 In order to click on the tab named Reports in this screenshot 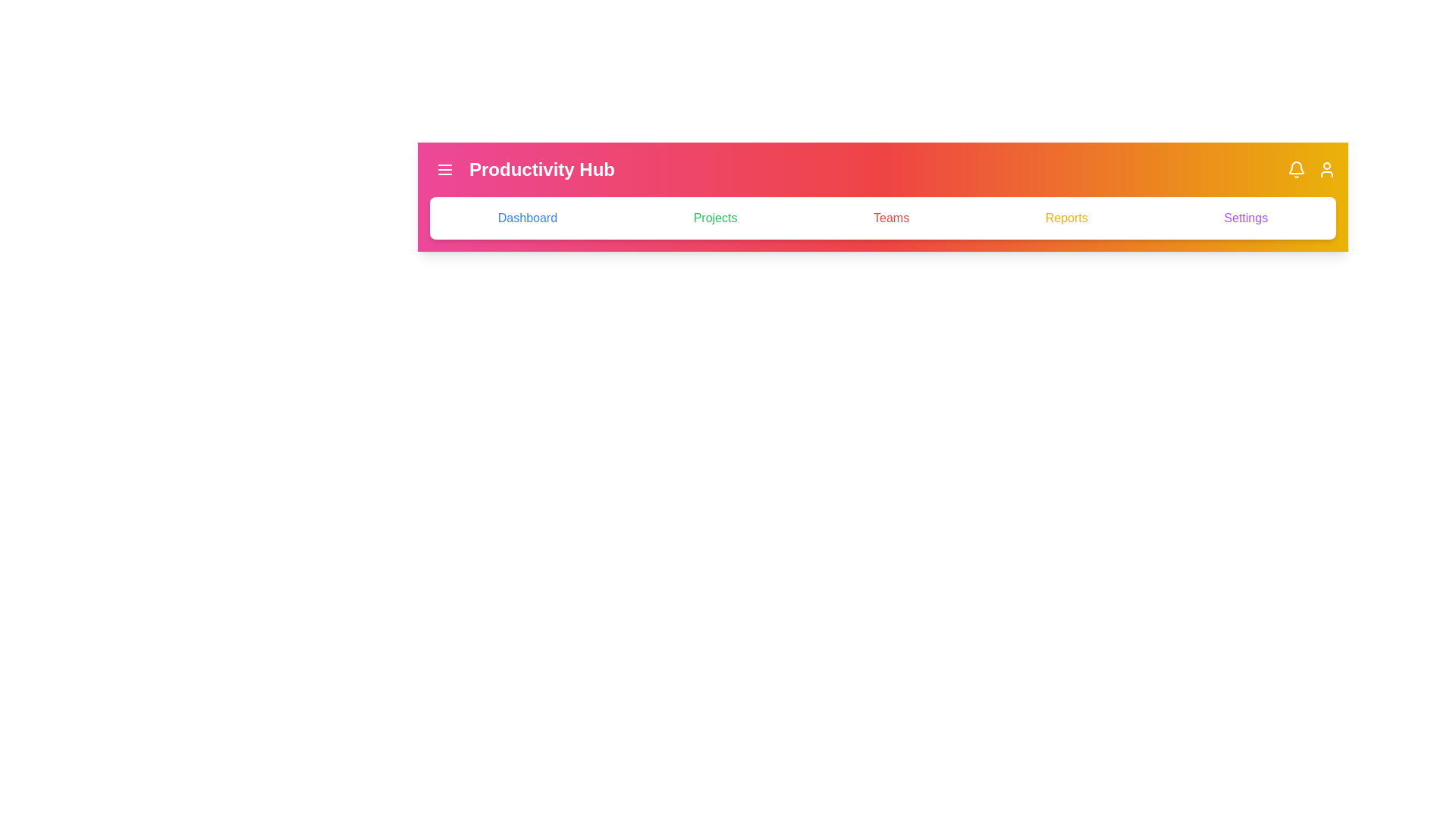, I will do `click(1065, 218)`.